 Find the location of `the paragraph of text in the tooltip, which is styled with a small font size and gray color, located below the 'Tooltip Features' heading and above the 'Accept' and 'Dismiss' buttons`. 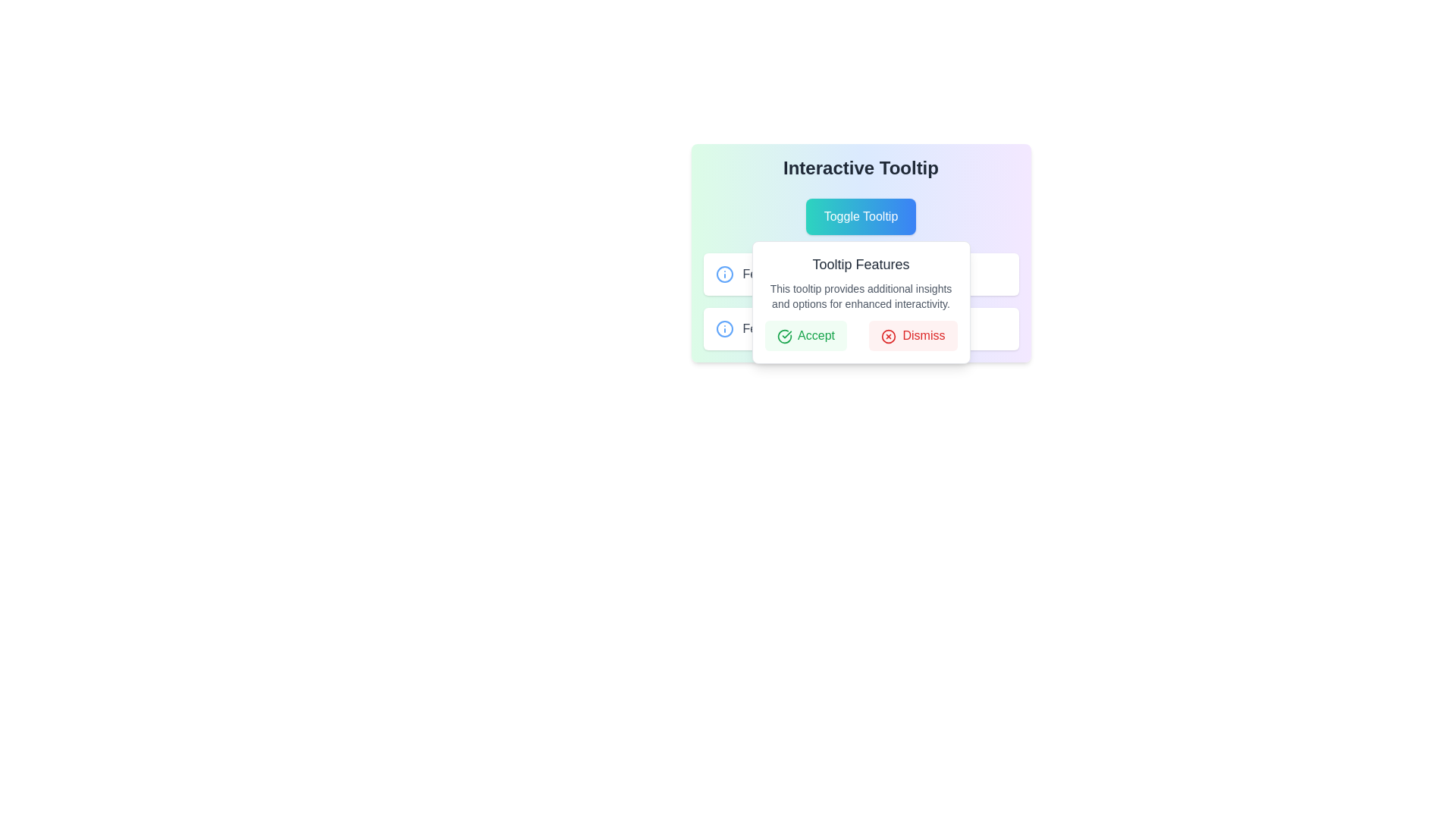

the paragraph of text in the tooltip, which is styled with a small font size and gray color, located below the 'Tooltip Features' heading and above the 'Accept' and 'Dismiss' buttons is located at coordinates (861, 296).